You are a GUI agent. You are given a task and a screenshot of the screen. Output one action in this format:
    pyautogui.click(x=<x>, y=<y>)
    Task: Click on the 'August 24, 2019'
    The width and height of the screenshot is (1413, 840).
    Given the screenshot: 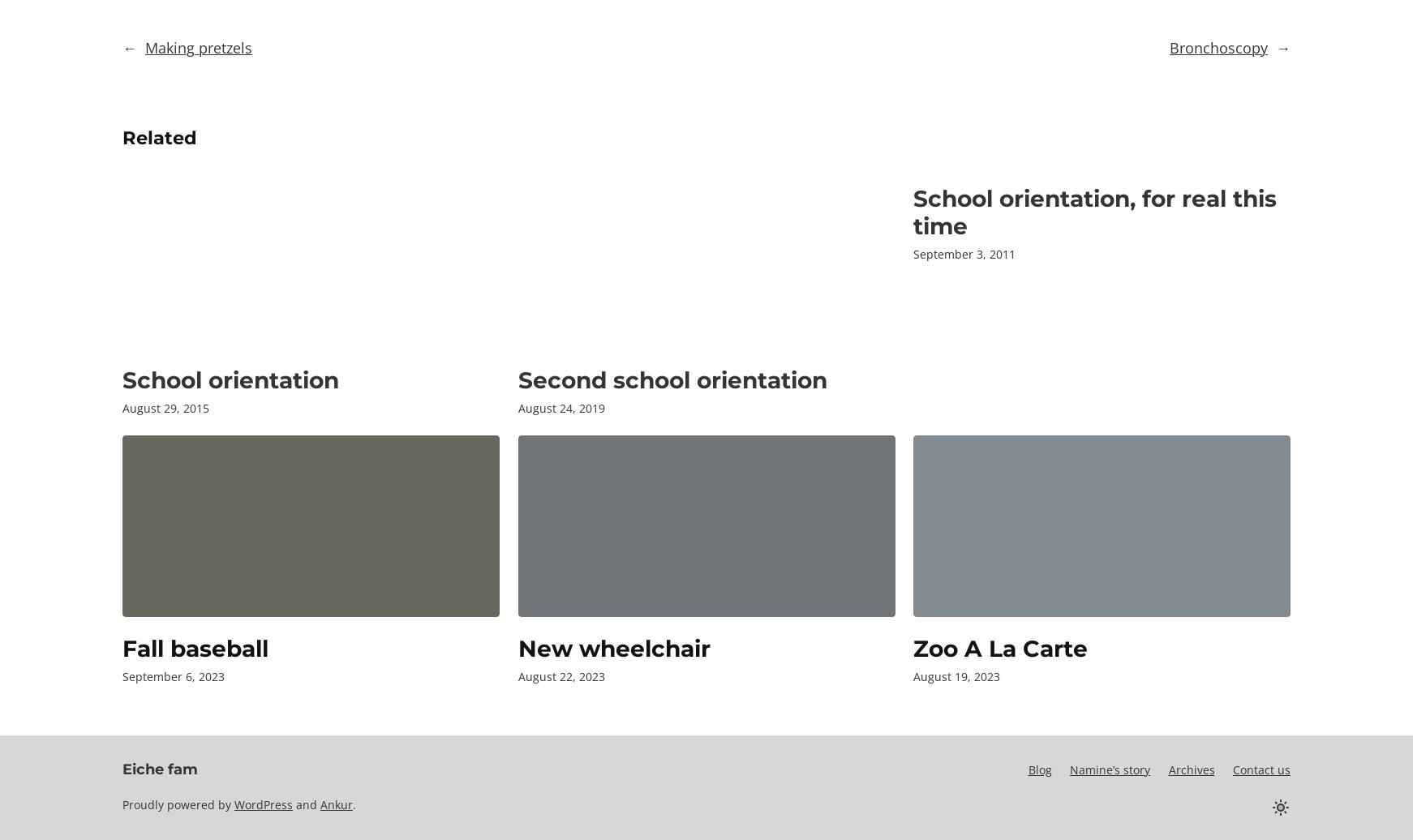 What is the action you would take?
    pyautogui.click(x=516, y=408)
    